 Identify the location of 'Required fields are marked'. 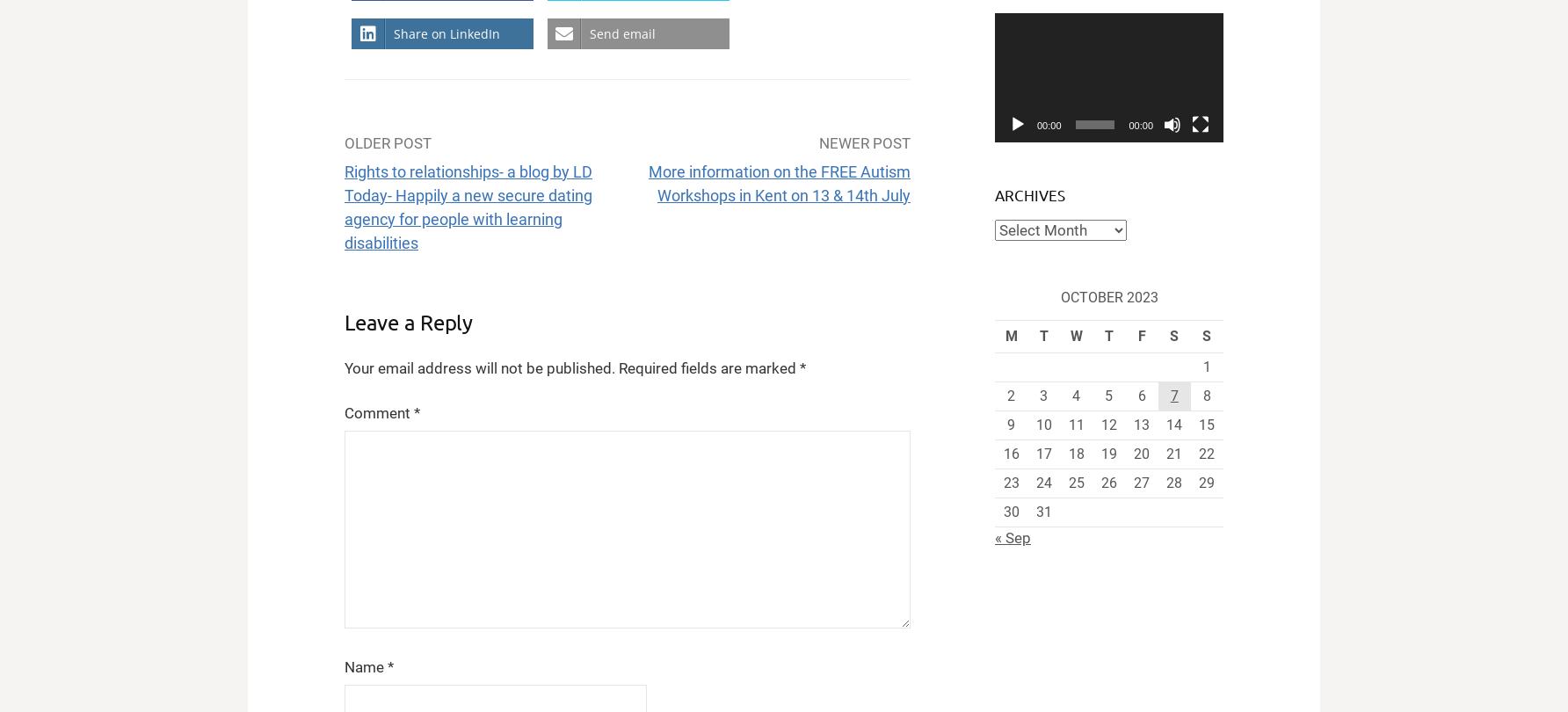
(618, 368).